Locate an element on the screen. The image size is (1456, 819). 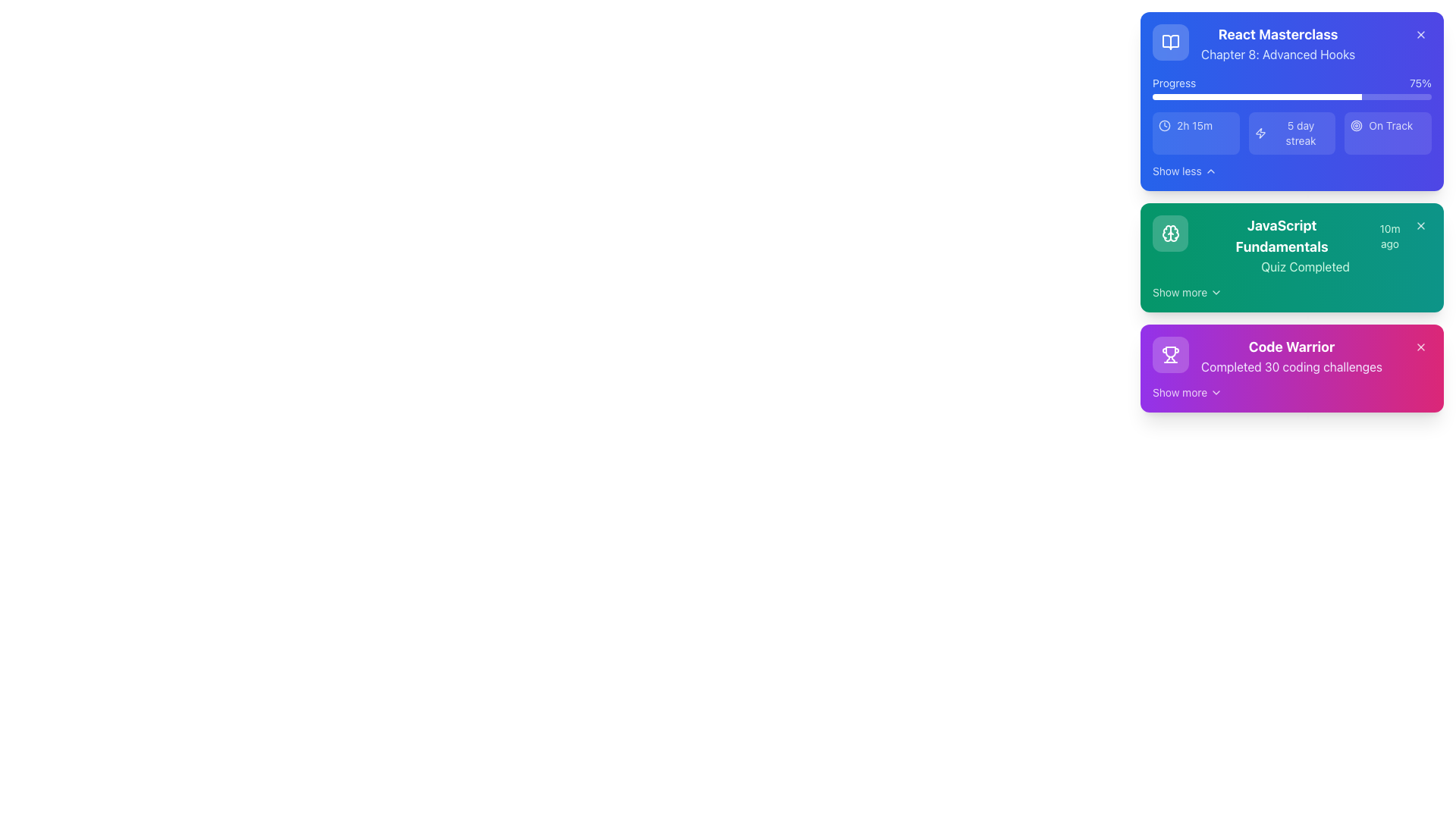
the text display area that contains 'JavaScript Fundamentals', '10m ago', and 'Quiz Completed' within the green rectangular card is located at coordinates (1304, 245).